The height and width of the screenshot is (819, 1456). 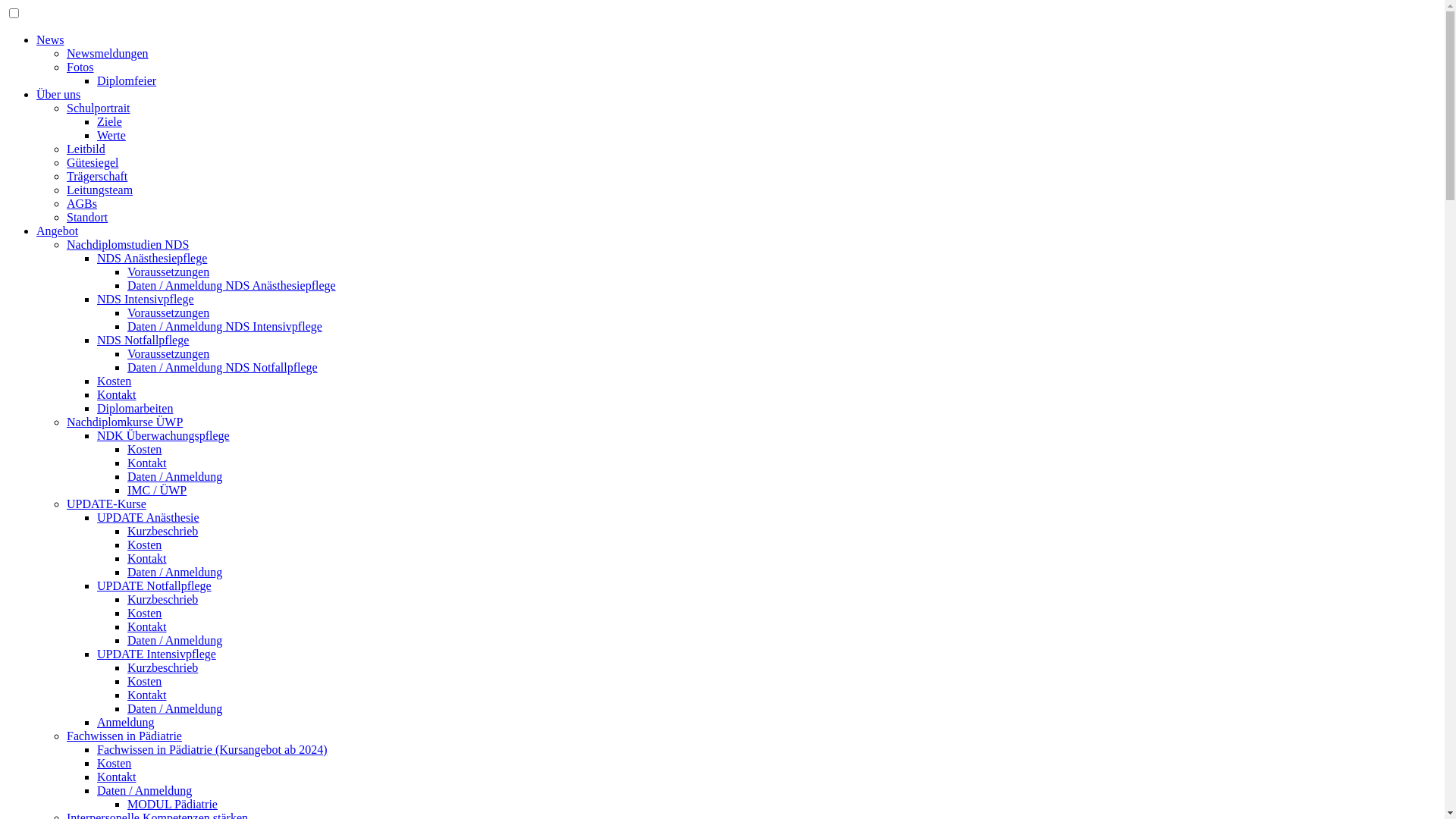 I want to click on 'Voraussetzungen', so click(x=168, y=312).